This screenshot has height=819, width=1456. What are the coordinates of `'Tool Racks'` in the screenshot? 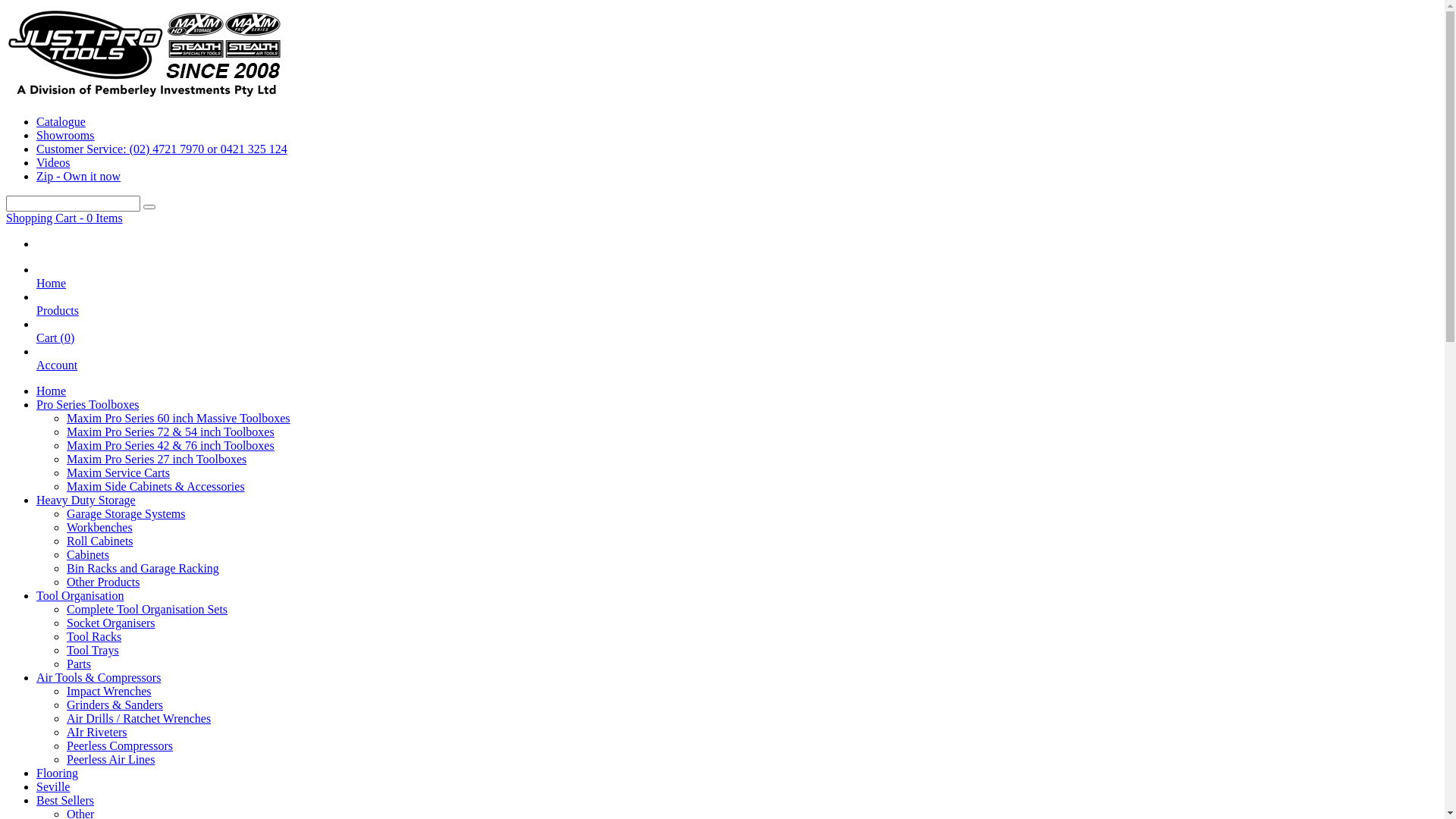 It's located at (93, 636).